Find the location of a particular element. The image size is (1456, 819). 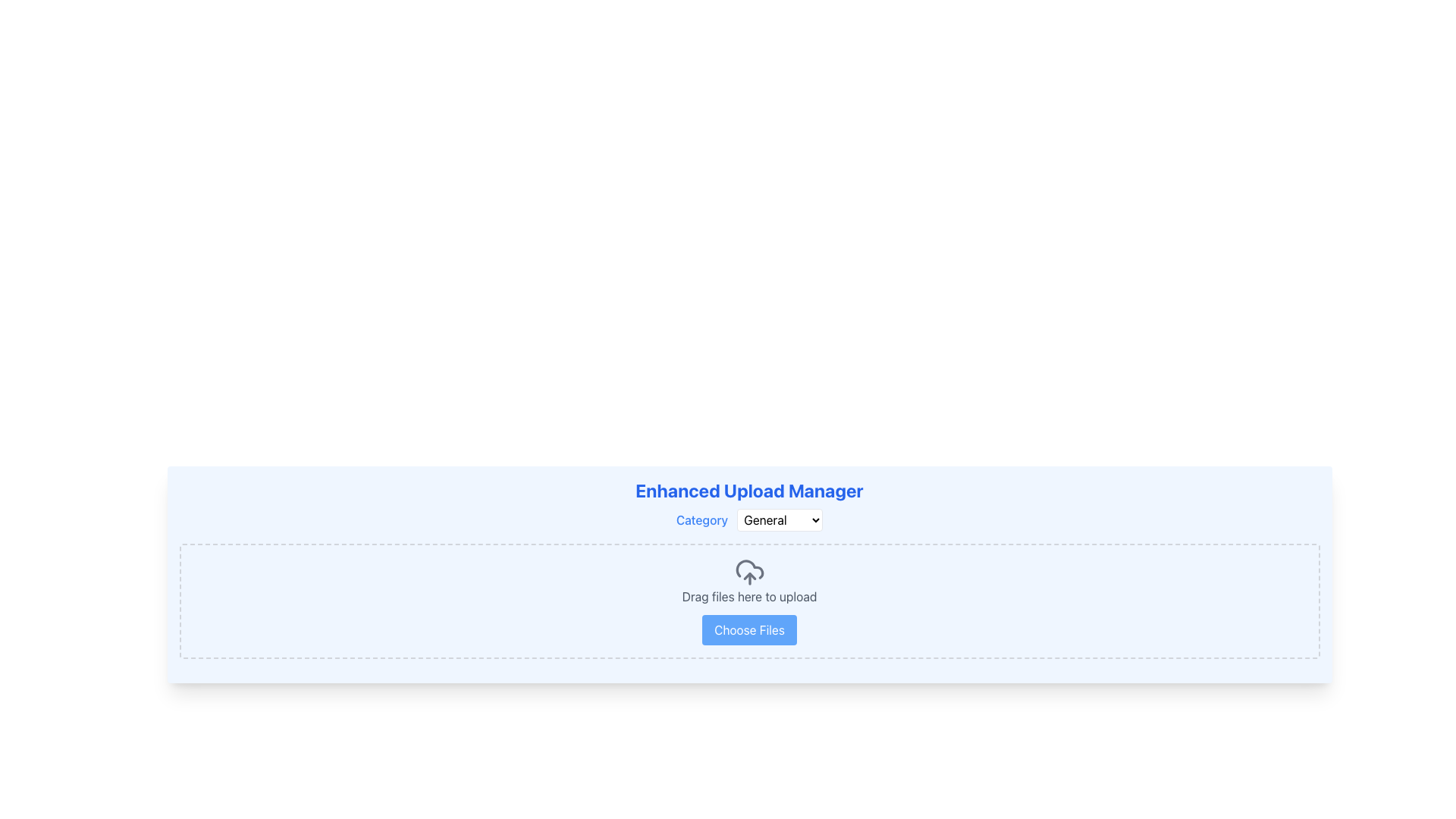

the upload icon that visually represents the action of uploading files, located centrally above the text 'Drag files here to upload' is located at coordinates (749, 573).